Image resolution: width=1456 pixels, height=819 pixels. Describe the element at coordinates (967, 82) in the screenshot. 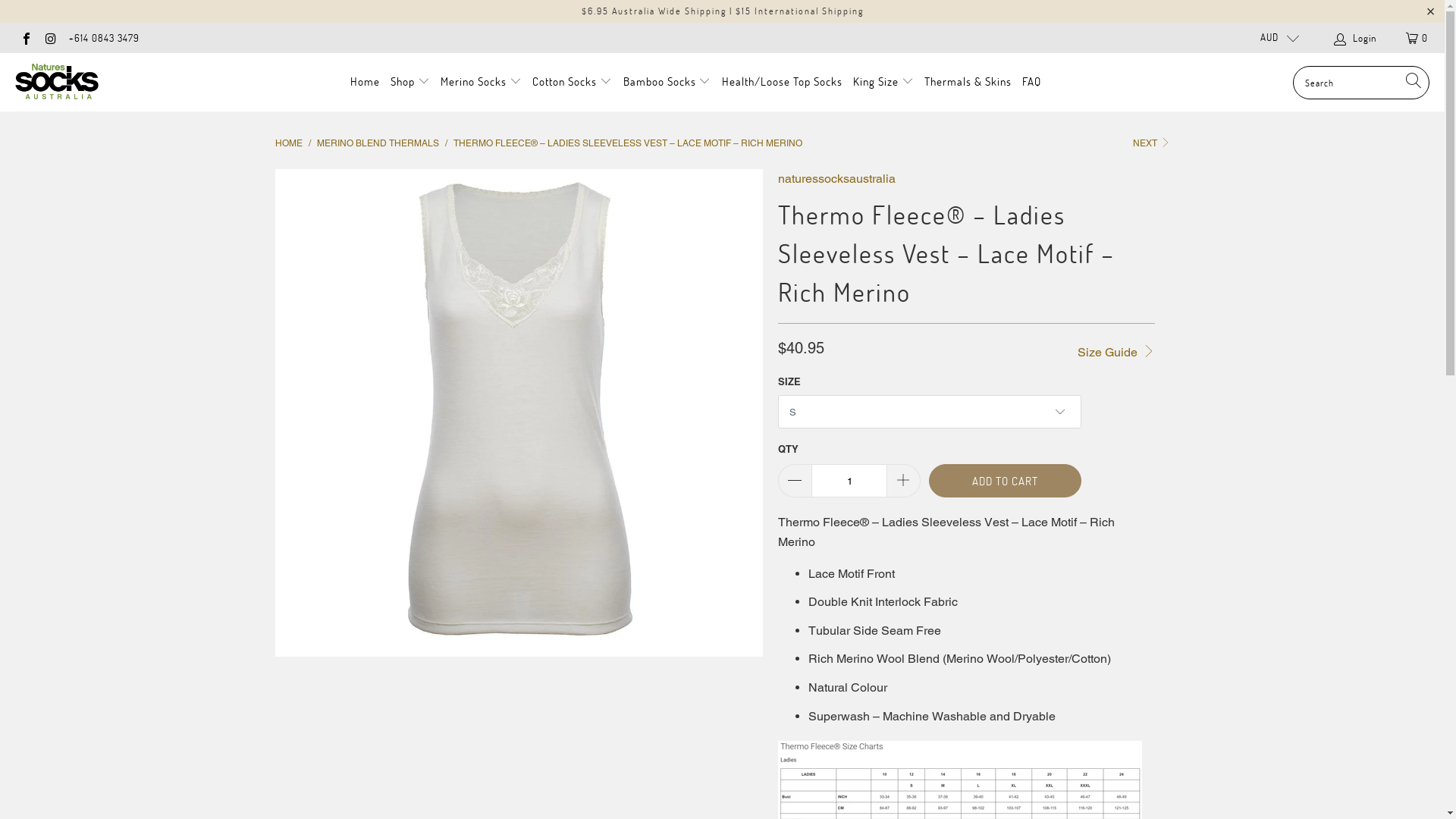

I see `'Thermals & Skins'` at that location.